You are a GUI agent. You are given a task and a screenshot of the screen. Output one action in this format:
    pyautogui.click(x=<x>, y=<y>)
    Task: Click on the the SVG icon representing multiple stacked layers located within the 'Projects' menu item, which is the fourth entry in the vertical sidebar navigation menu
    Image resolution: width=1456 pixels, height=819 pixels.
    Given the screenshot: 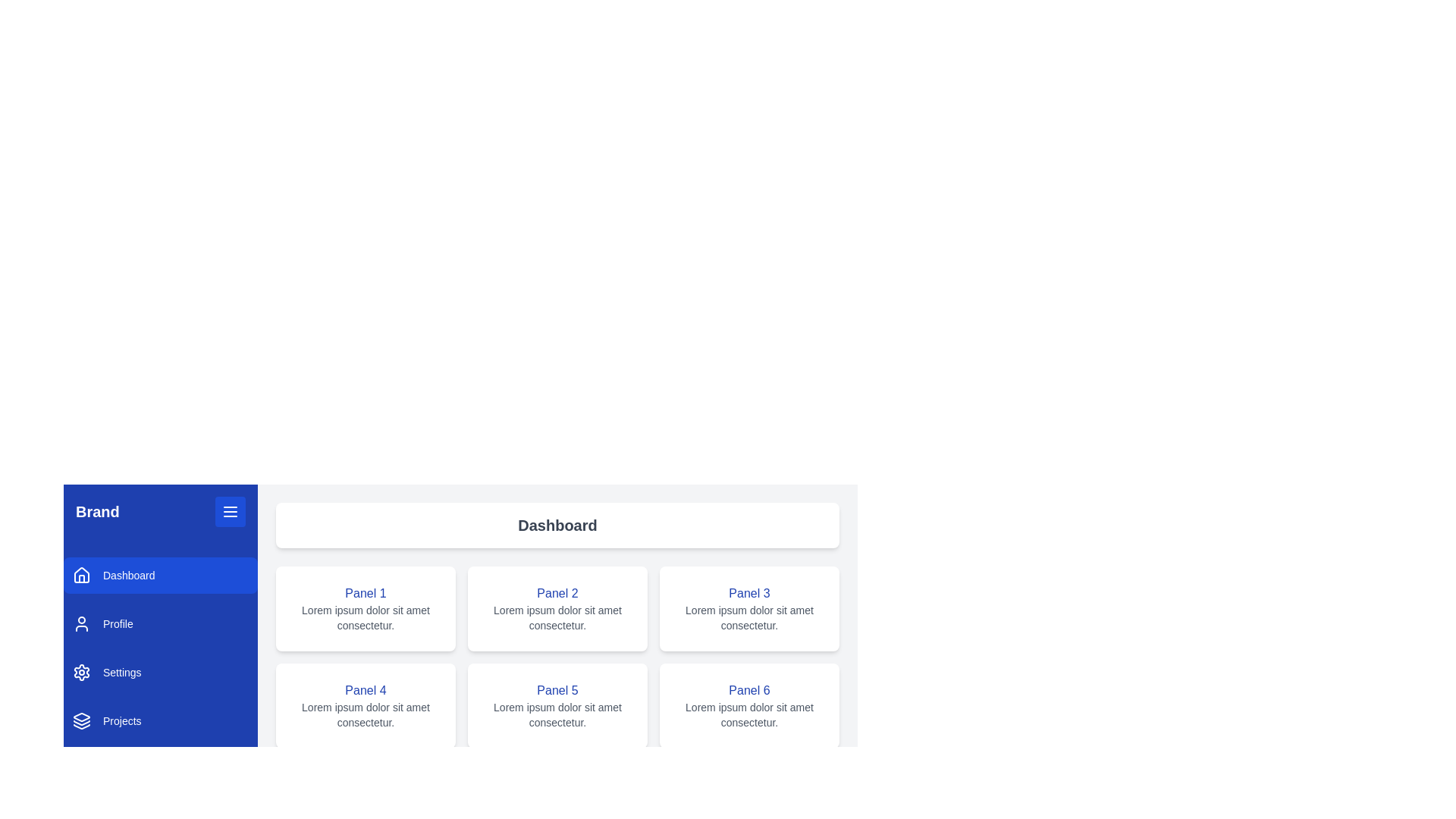 What is the action you would take?
    pyautogui.click(x=81, y=720)
    